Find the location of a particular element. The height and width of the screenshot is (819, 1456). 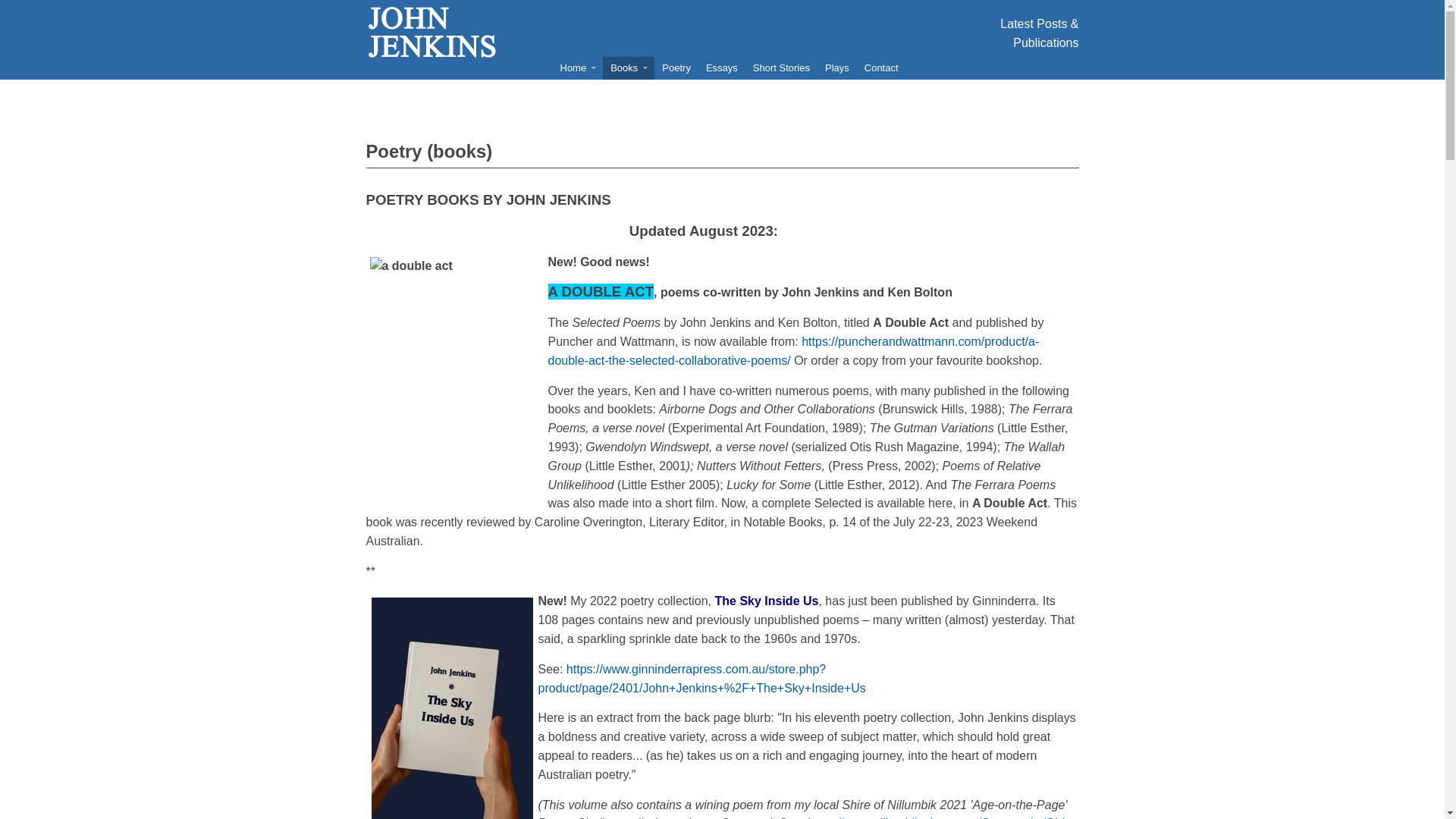

'Essays' is located at coordinates (720, 67).